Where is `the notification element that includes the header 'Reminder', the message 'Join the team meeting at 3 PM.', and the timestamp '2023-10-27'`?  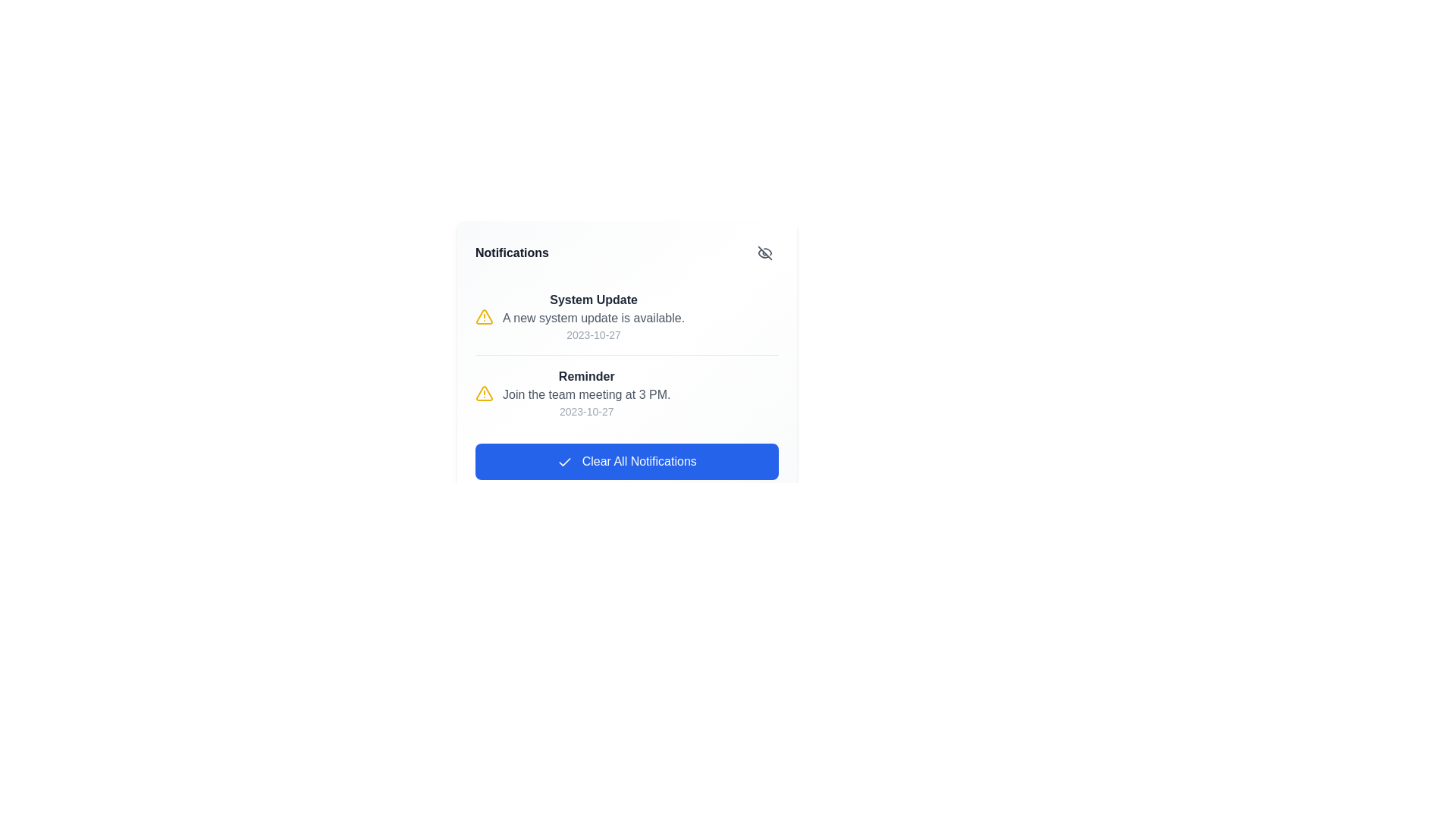
the notification element that includes the header 'Reminder', the message 'Join the team meeting at 3 PM.', and the timestamp '2023-10-27' is located at coordinates (585, 393).